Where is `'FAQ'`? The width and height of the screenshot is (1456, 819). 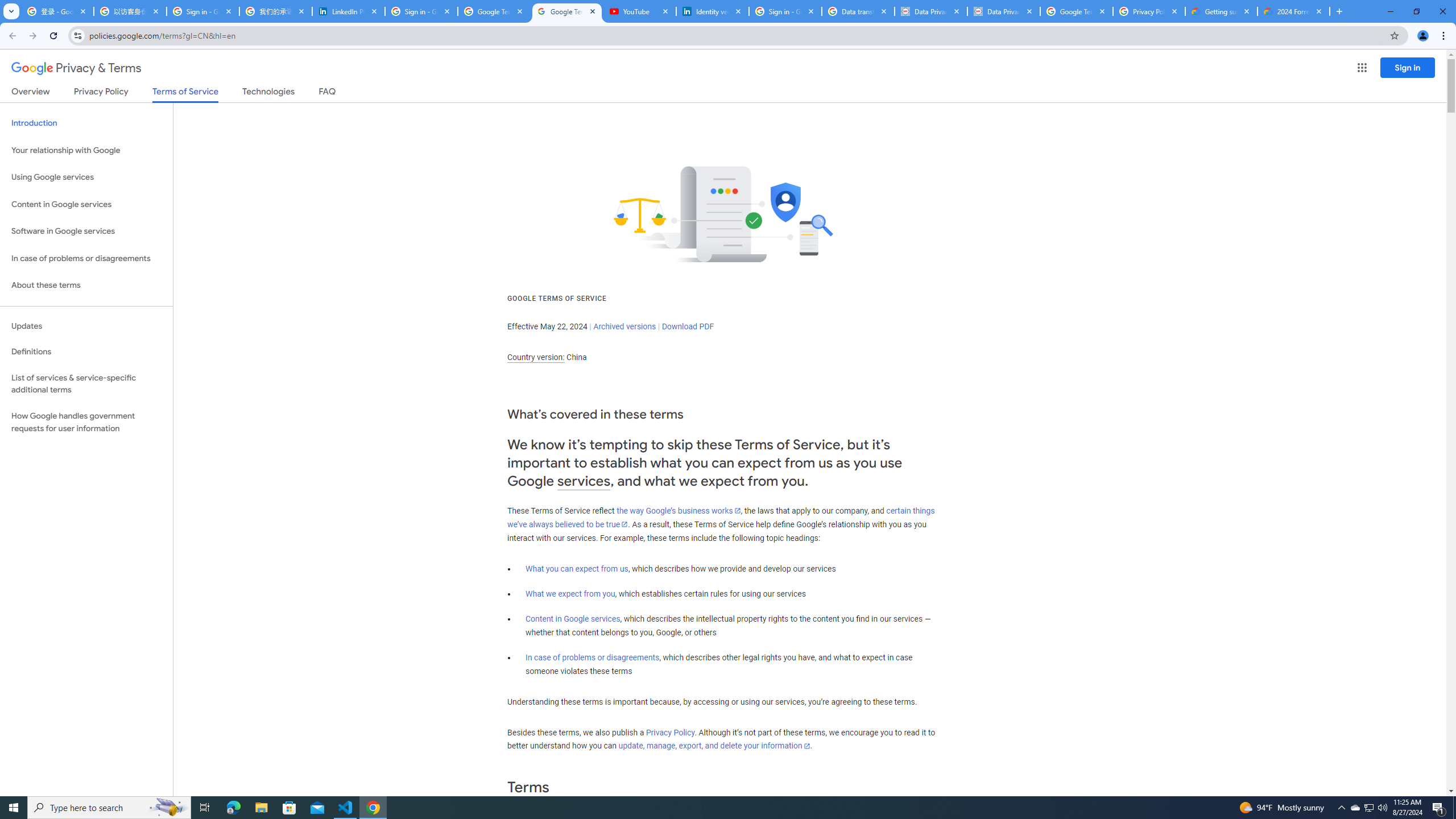 'FAQ' is located at coordinates (327, 93).